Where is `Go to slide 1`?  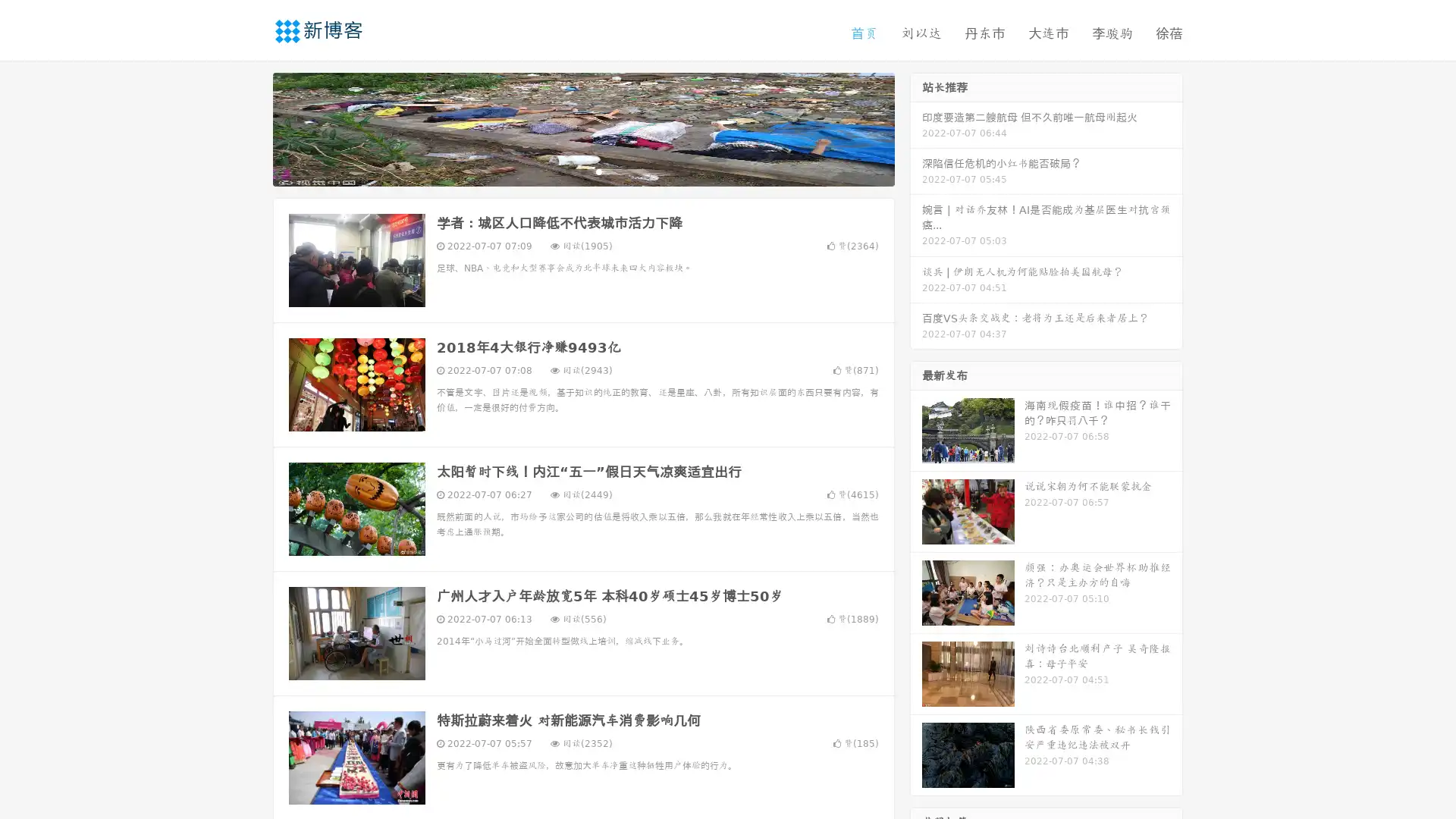
Go to slide 1 is located at coordinates (567, 171).